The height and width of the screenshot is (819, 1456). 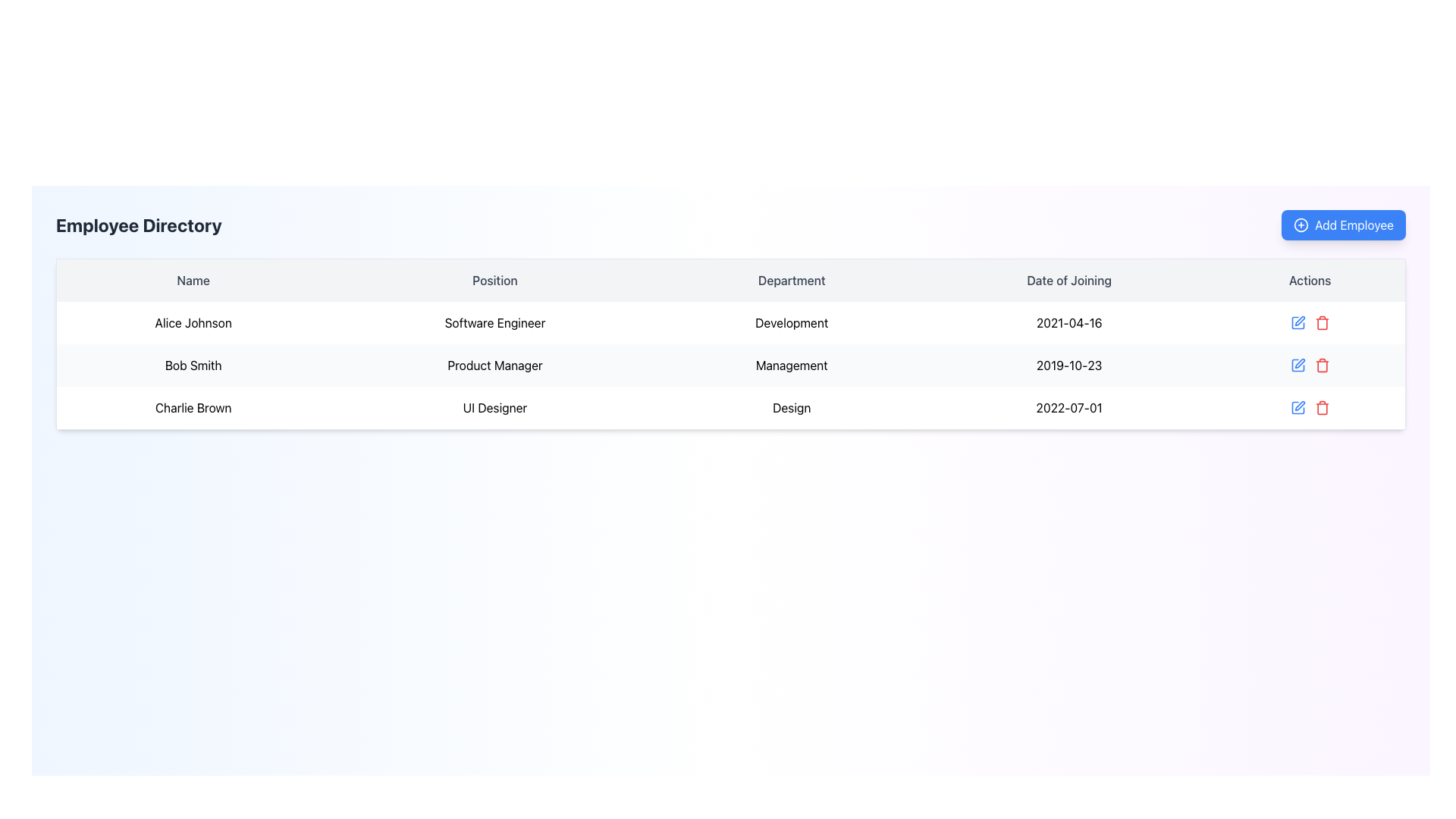 What do you see at coordinates (1321, 366) in the screenshot?
I see `the red trash can icon for Bob Smith` at bounding box center [1321, 366].